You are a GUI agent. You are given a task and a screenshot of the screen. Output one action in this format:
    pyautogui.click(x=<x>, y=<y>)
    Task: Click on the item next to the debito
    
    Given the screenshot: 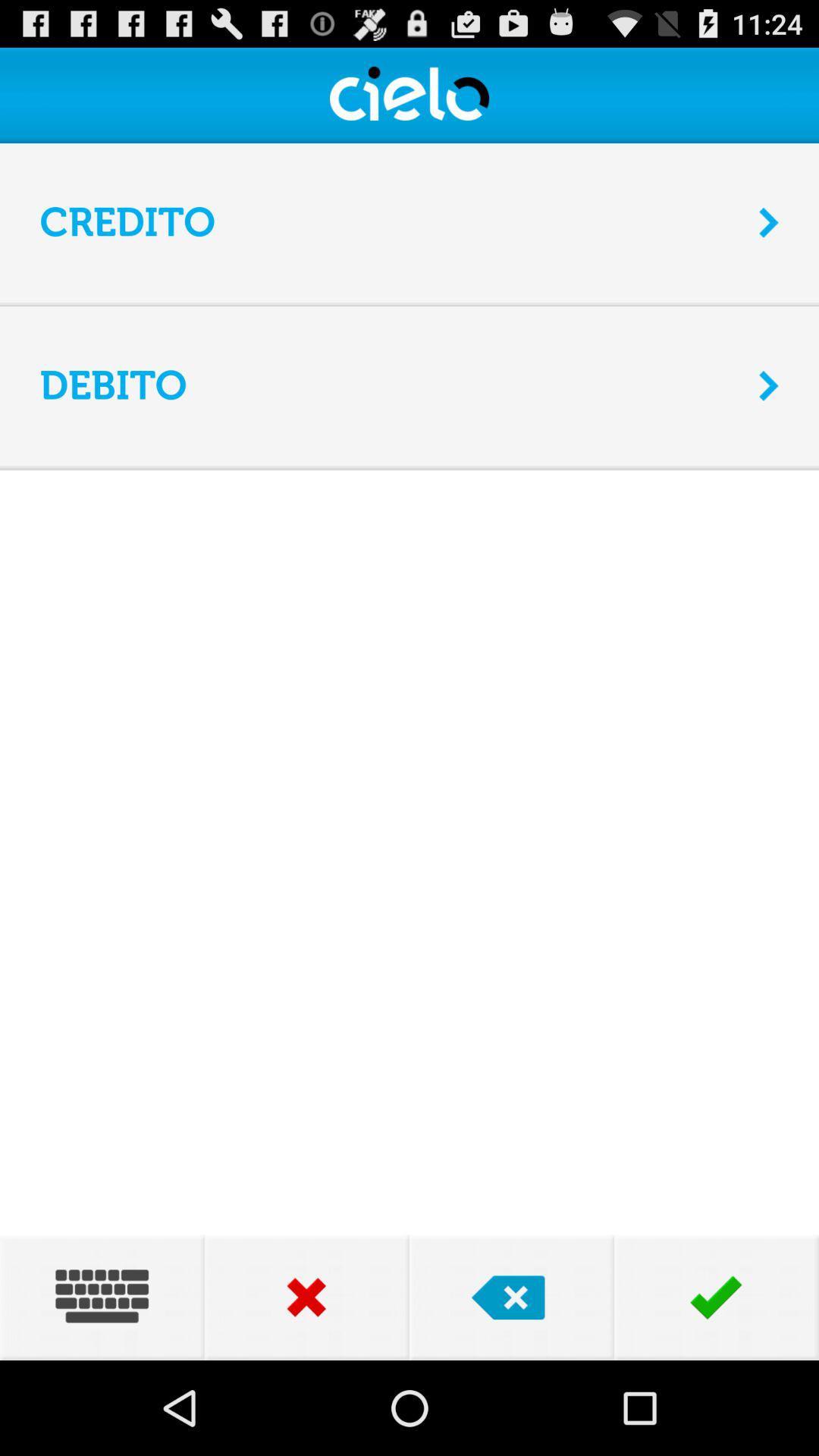 What is the action you would take?
    pyautogui.click(x=769, y=385)
    